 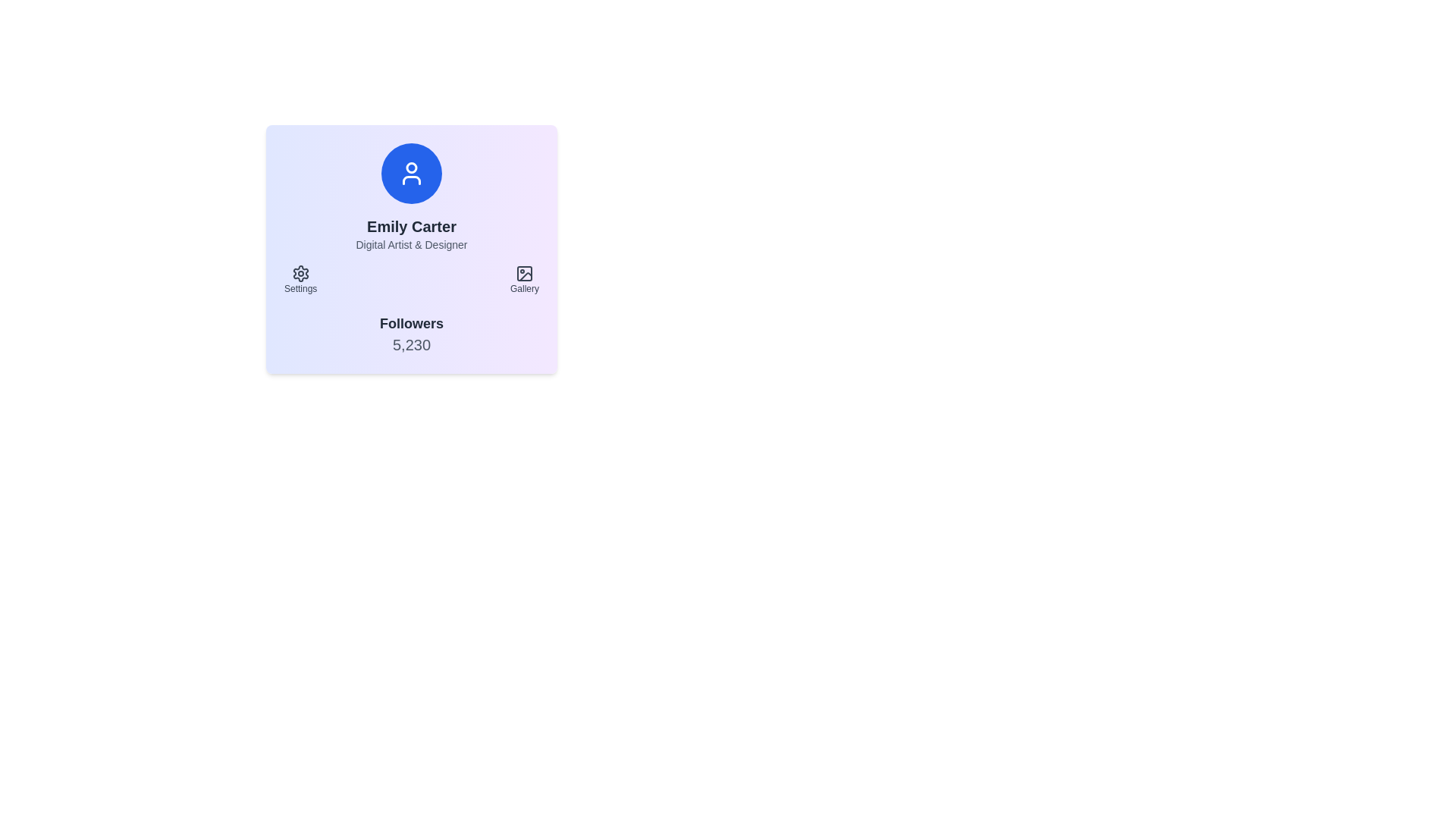 I want to click on the static text label that displays 'Followers', which is positioned above the number '5,230' in the user profile section, so click(x=411, y=323).